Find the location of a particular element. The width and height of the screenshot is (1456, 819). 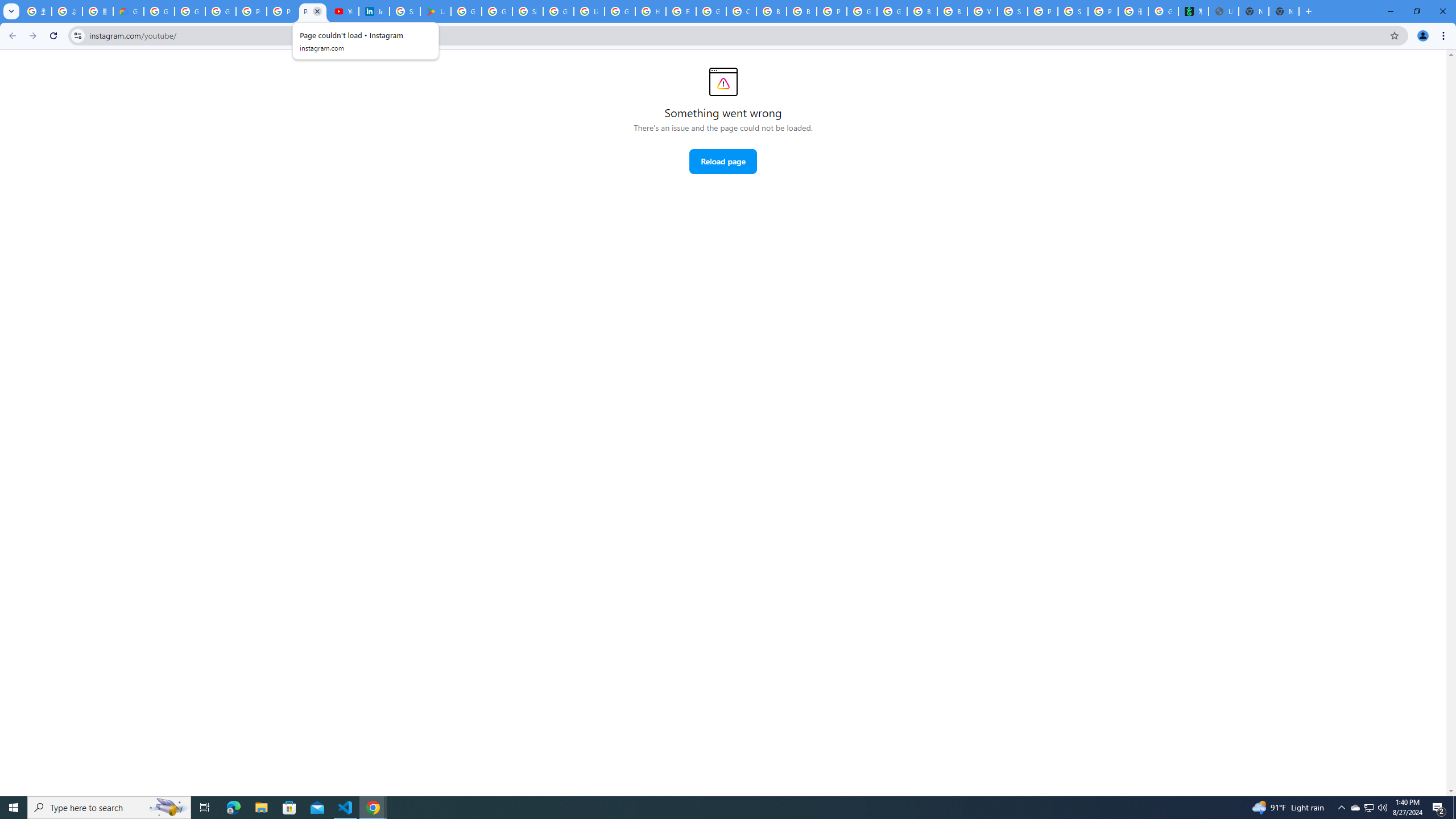

'Error' is located at coordinates (723, 81).